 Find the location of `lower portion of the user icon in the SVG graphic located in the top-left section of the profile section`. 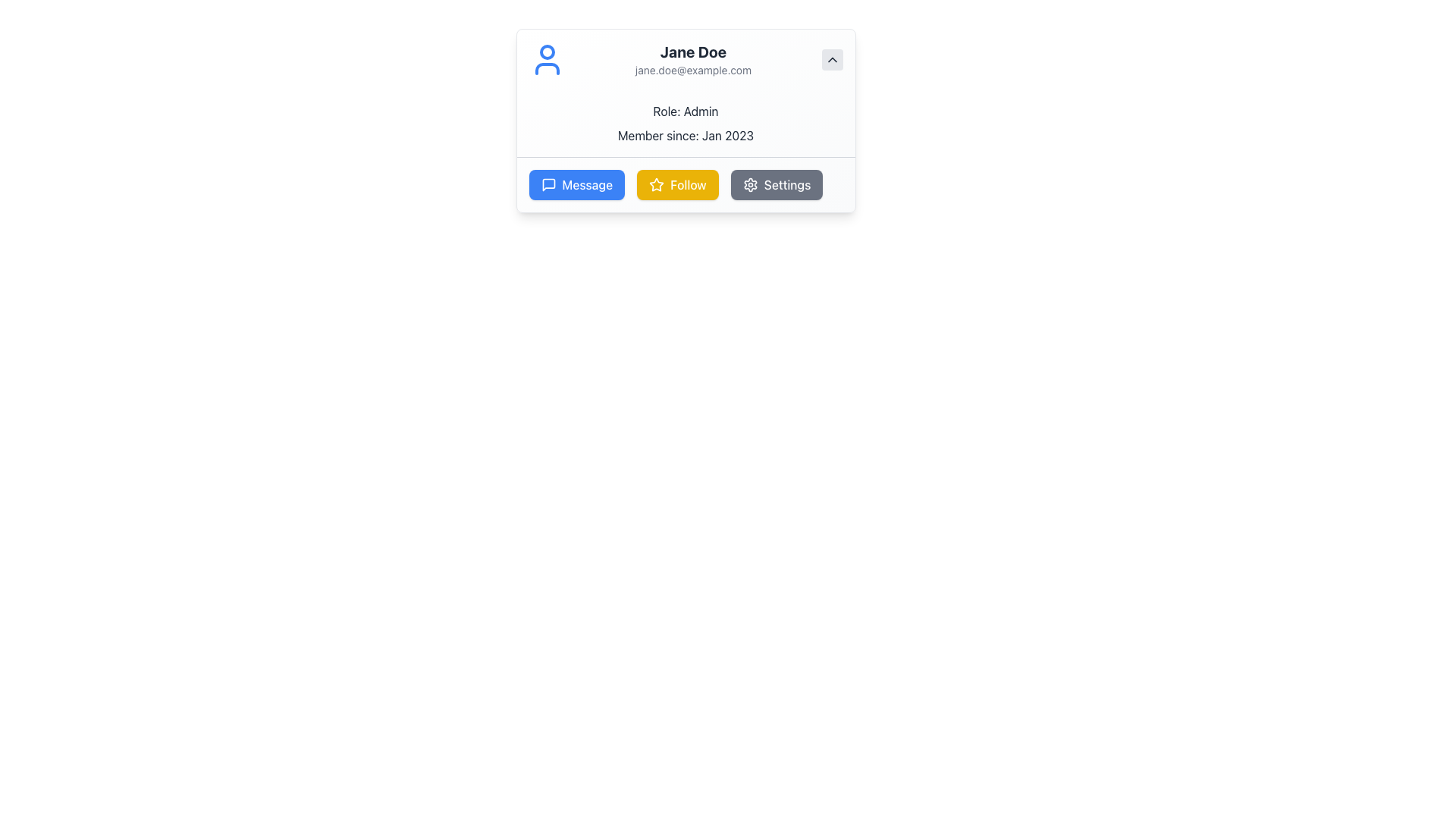

lower portion of the user icon in the SVG graphic located in the top-left section of the profile section is located at coordinates (546, 69).